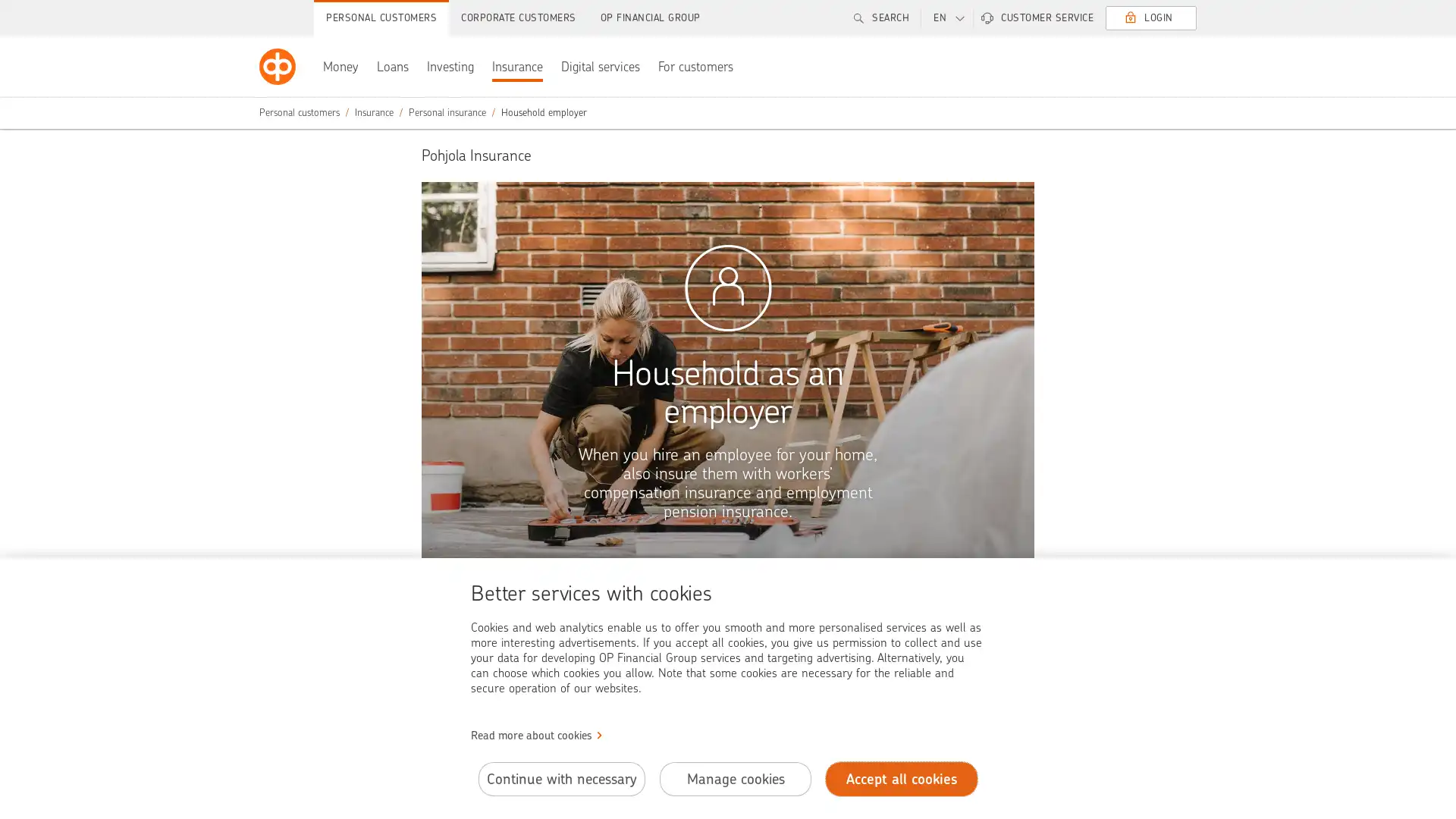 This screenshot has width=1456, height=819. What do you see at coordinates (560, 779) in the screenshot?
I see `Continue with necessary cookies.` at bounding box center [560, 779].